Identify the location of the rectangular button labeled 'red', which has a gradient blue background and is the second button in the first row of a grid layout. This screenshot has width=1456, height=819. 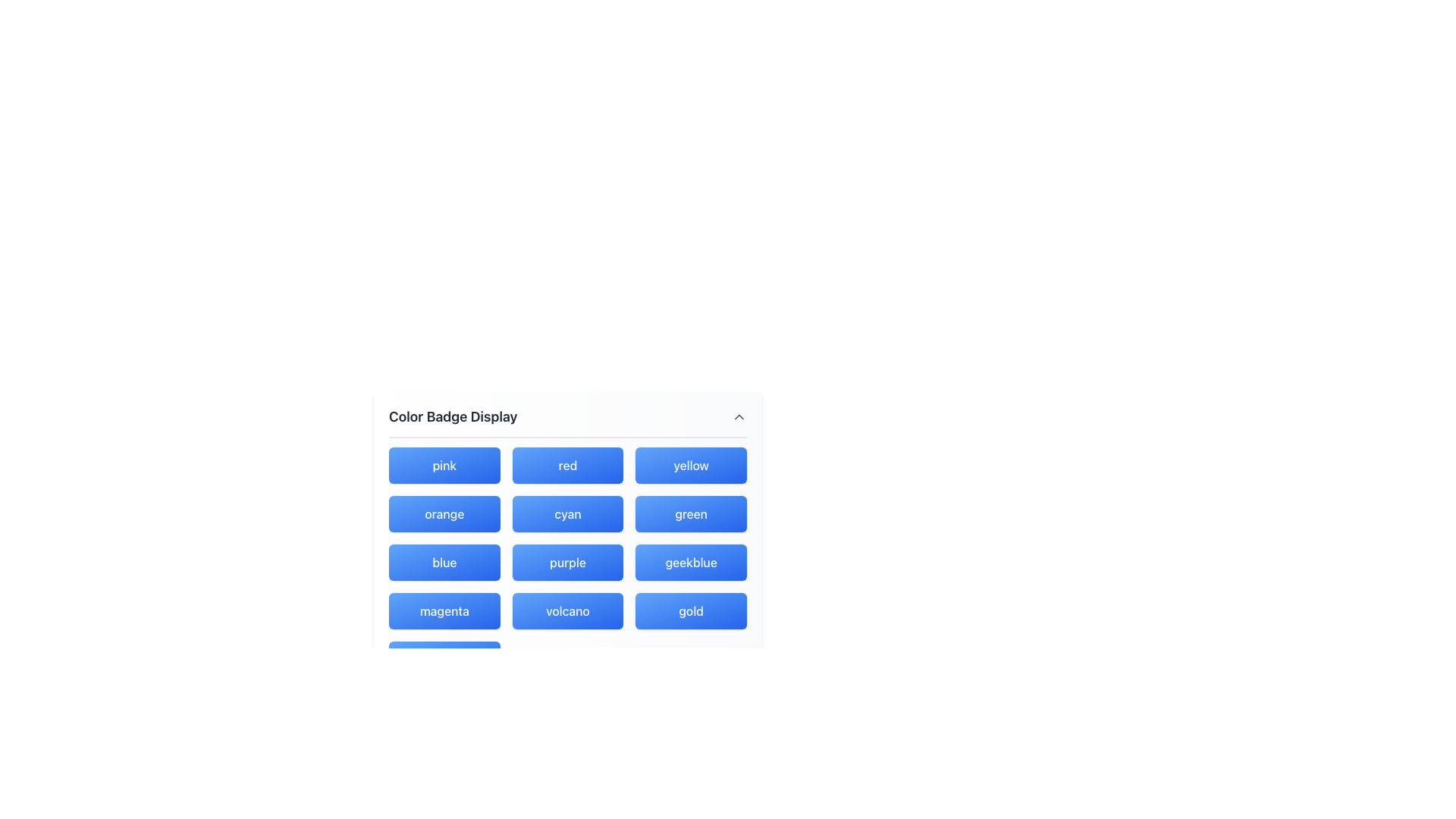
(566, 464).